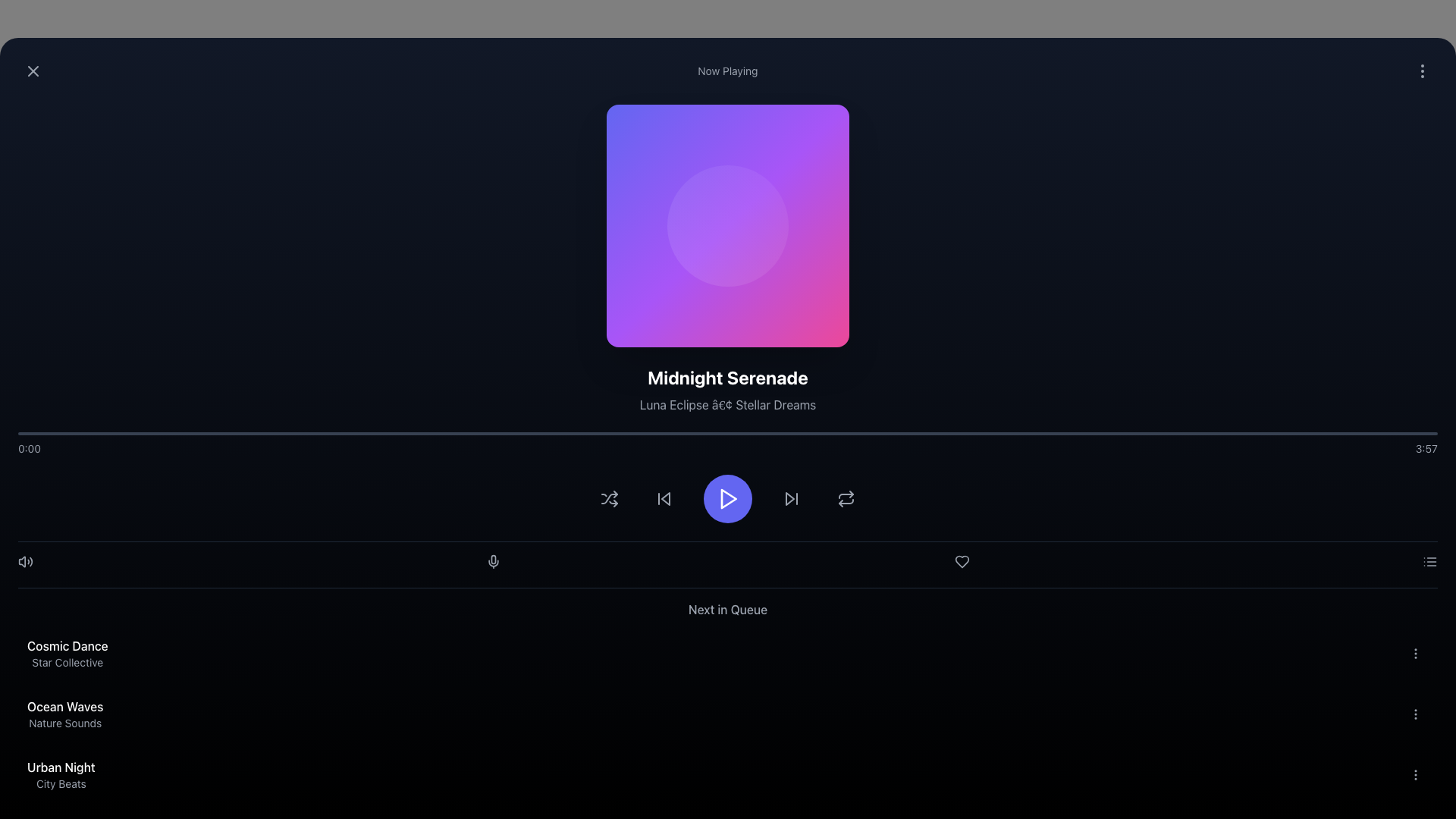  What do you see at coordinates (728, 444) in the screenshot?
I see `the progress bar with time indicators that visually represents the playback progress of the currently playing track` at bounding box center [728, 444].